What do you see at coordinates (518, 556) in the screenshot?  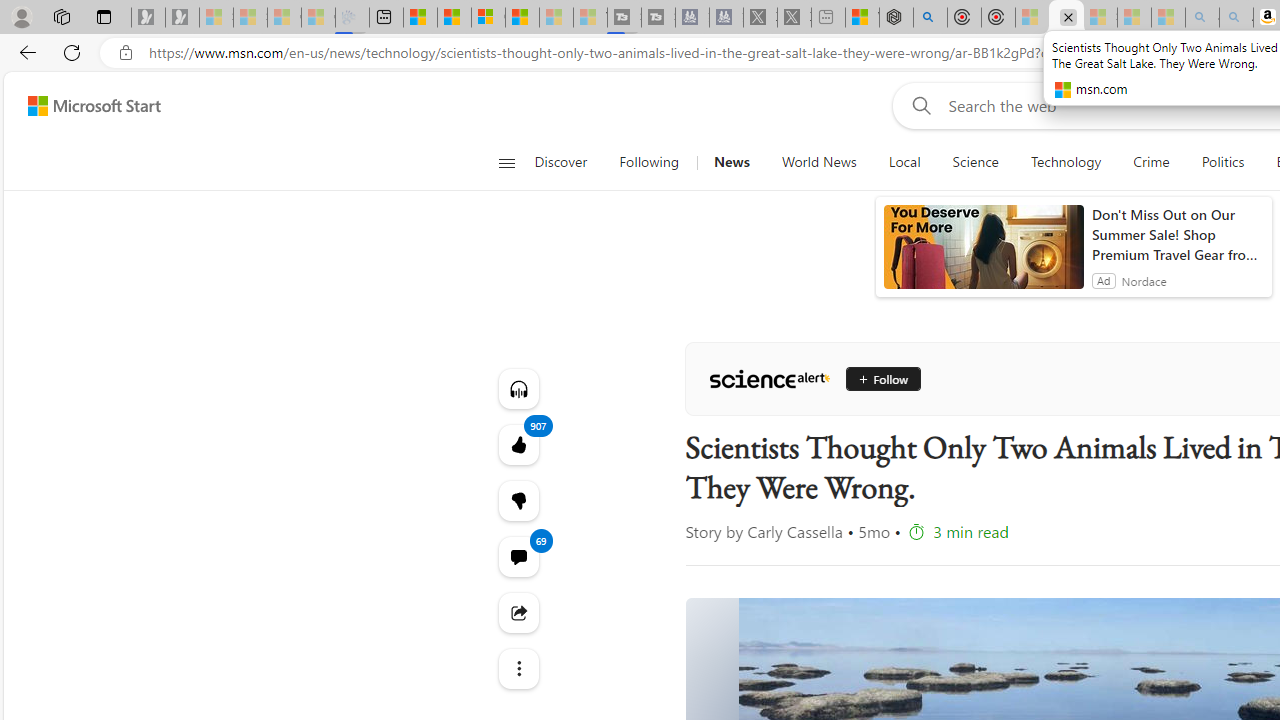 I see `'View comments 69 Comment'` at bounding box center [518, 556].